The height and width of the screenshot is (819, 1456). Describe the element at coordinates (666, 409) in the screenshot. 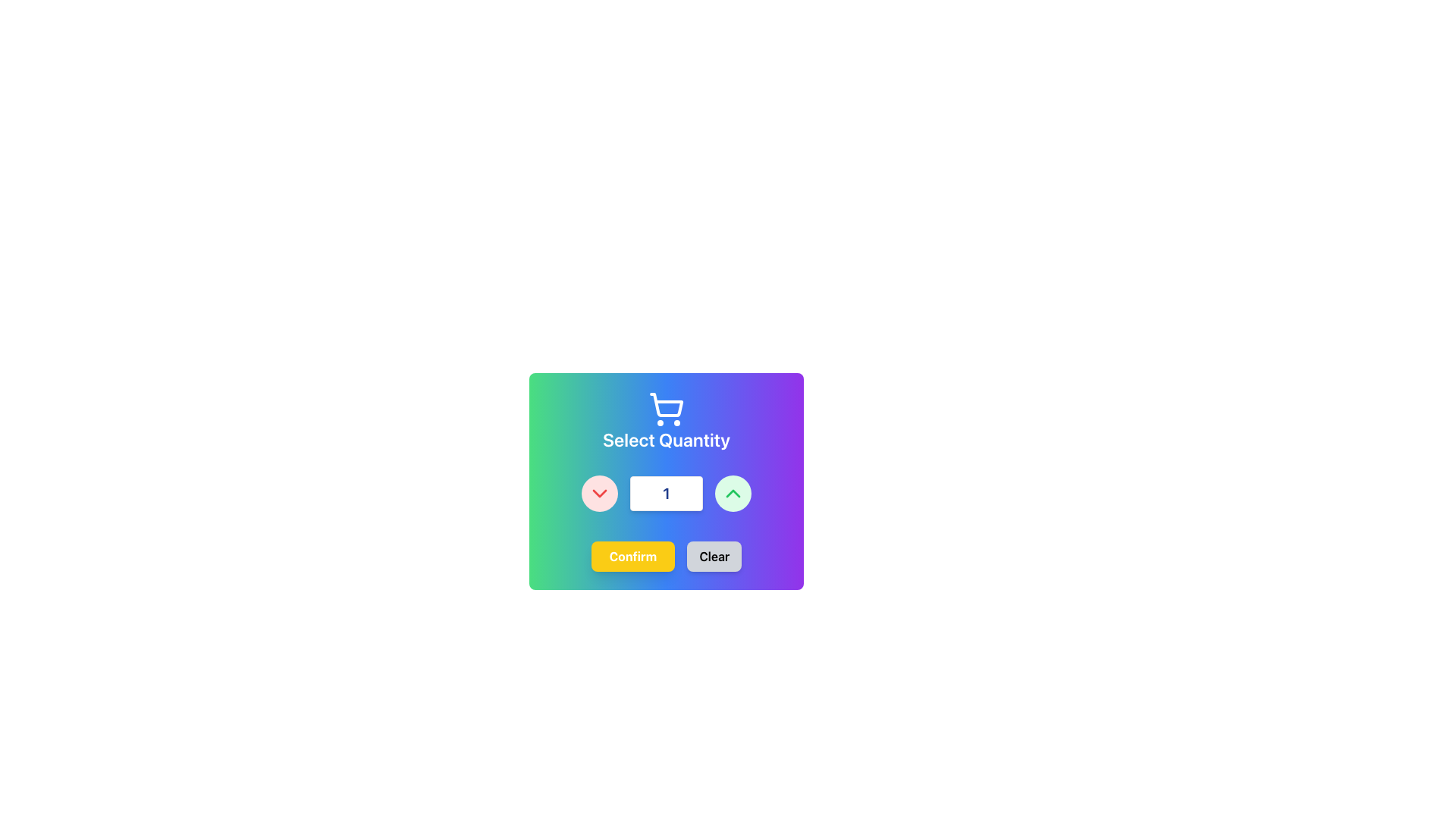

I see `the shopping cart SVG icon located directly above the 'Select Quantity' text` at that location.